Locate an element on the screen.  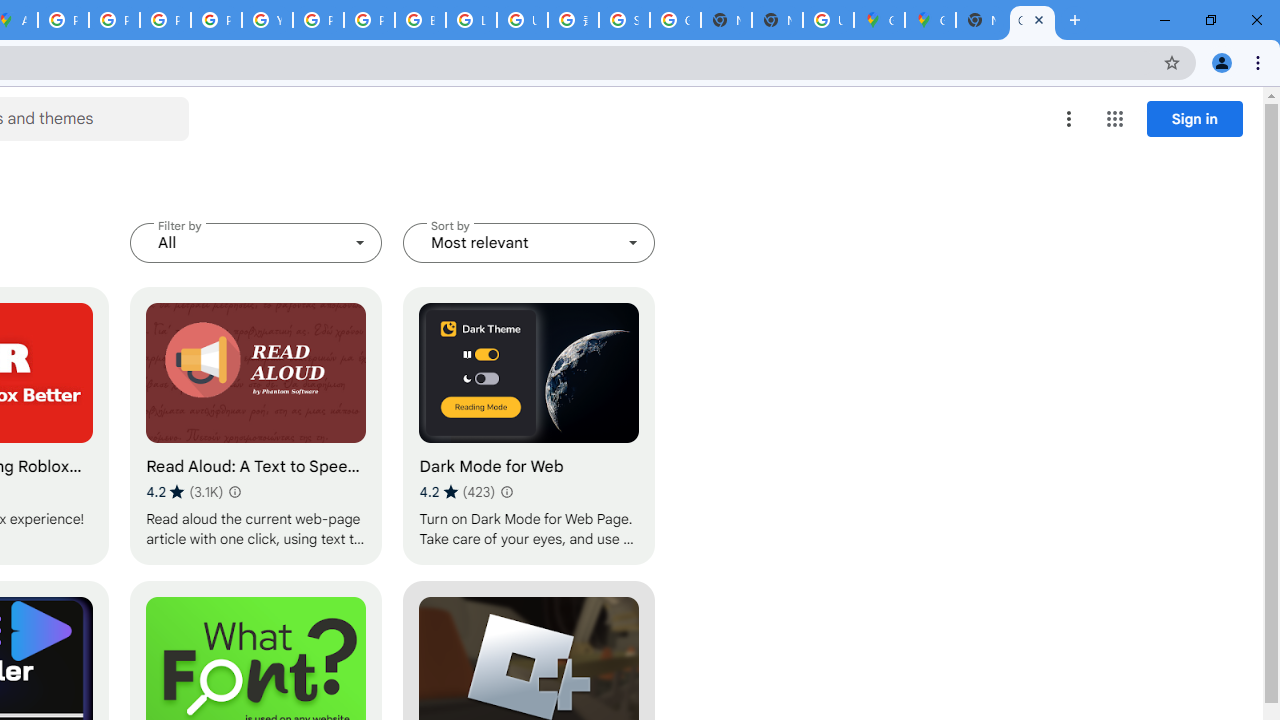
'Privacy Help Center - Policies Help' is located at coordinates (165, 20).